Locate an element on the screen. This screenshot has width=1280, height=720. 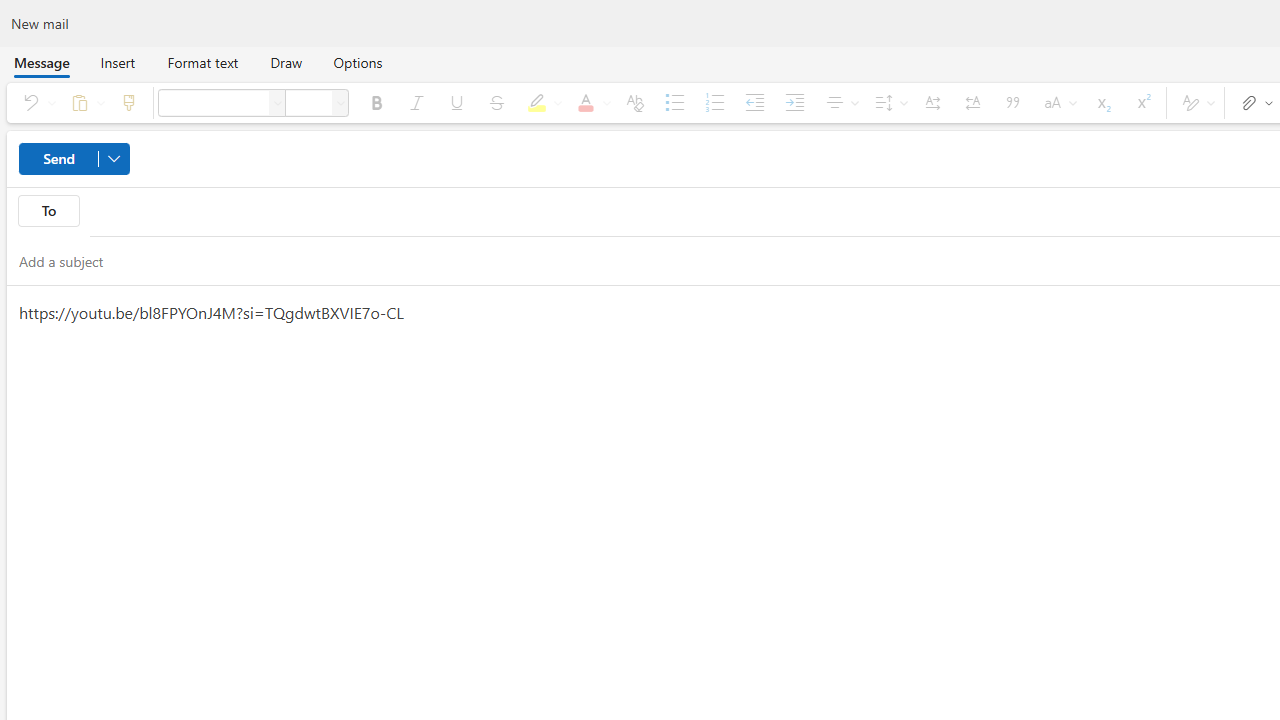
'Spacing' is located at coordinates (887, 102).